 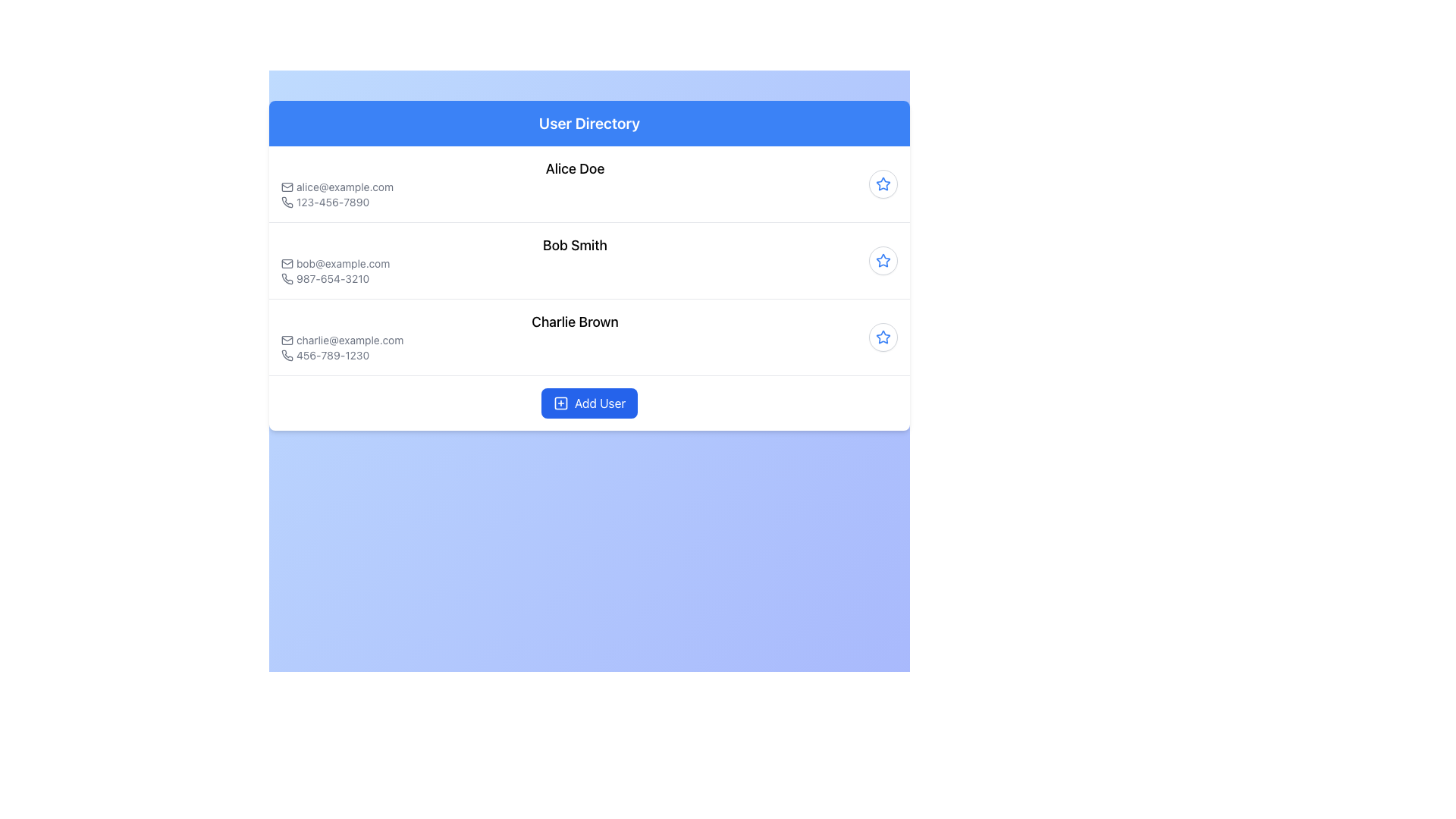 I want to click on the second item, so click(x=588, y=260).